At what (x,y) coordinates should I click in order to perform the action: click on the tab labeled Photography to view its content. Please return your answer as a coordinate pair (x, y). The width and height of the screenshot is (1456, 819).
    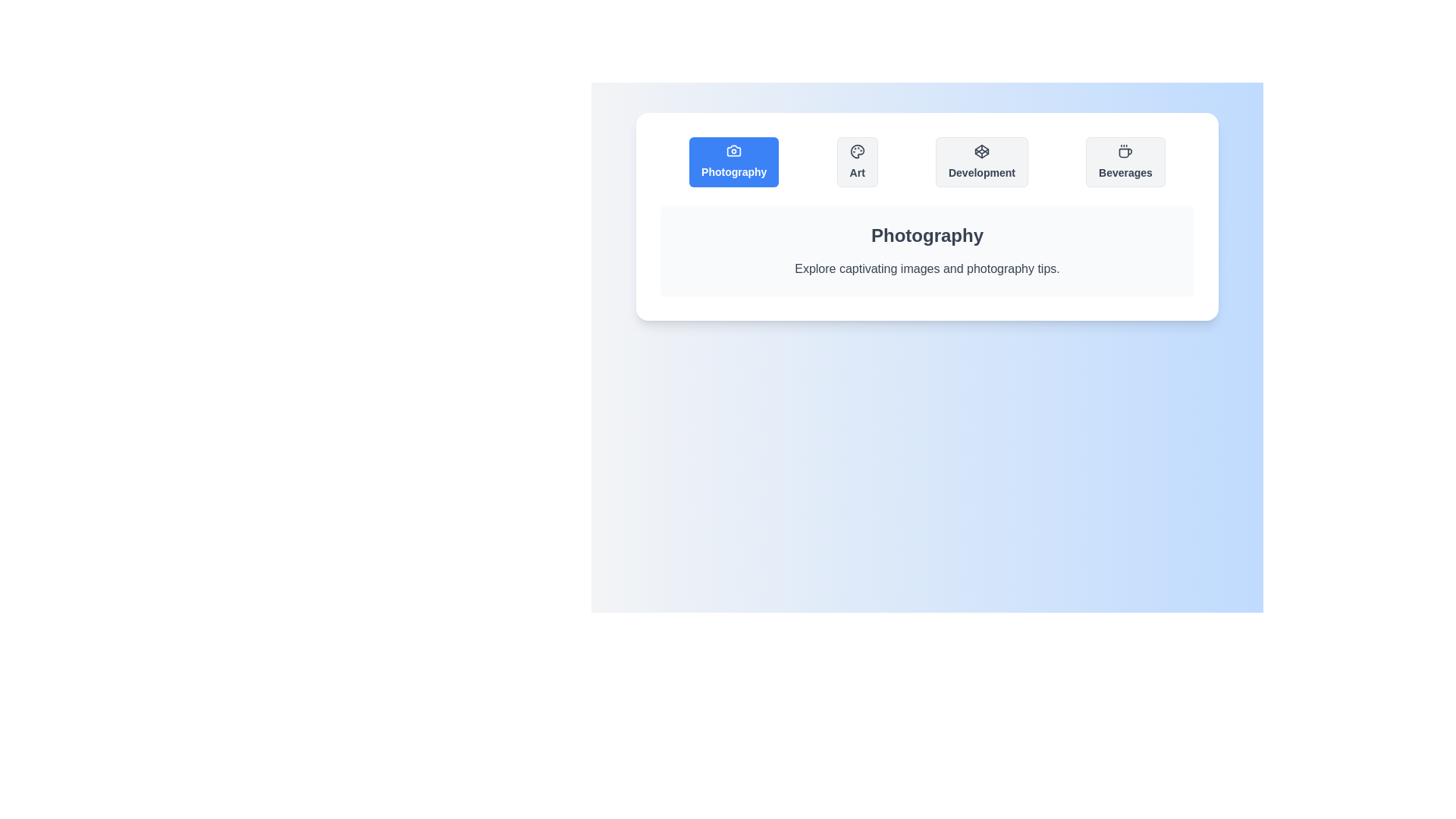
    Looking at the image, I should click on (734, 162).